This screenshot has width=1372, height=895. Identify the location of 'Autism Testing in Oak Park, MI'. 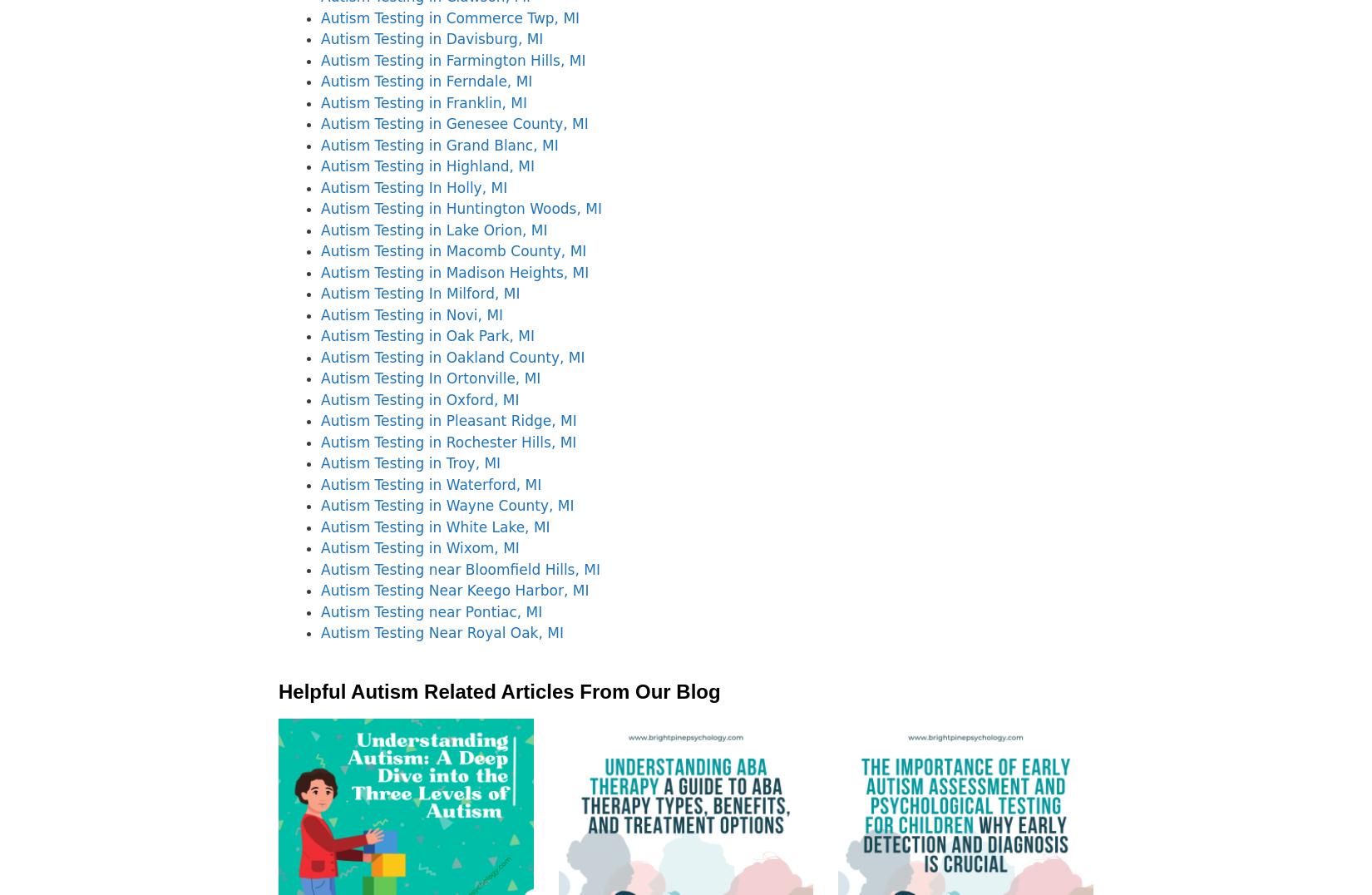
(426, 336).